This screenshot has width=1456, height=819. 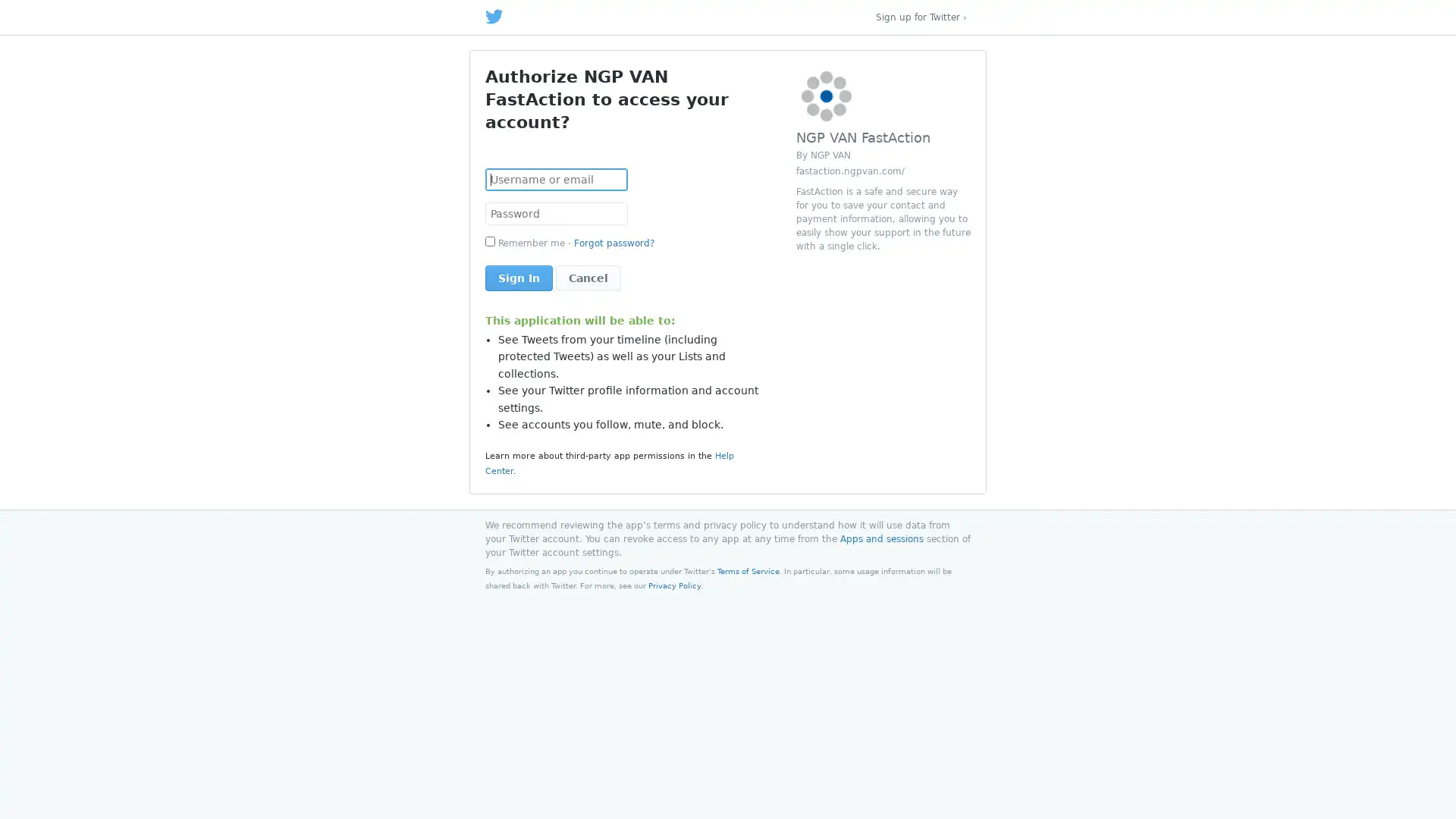 I want to click on Cancel, so click(x=588, y=278).